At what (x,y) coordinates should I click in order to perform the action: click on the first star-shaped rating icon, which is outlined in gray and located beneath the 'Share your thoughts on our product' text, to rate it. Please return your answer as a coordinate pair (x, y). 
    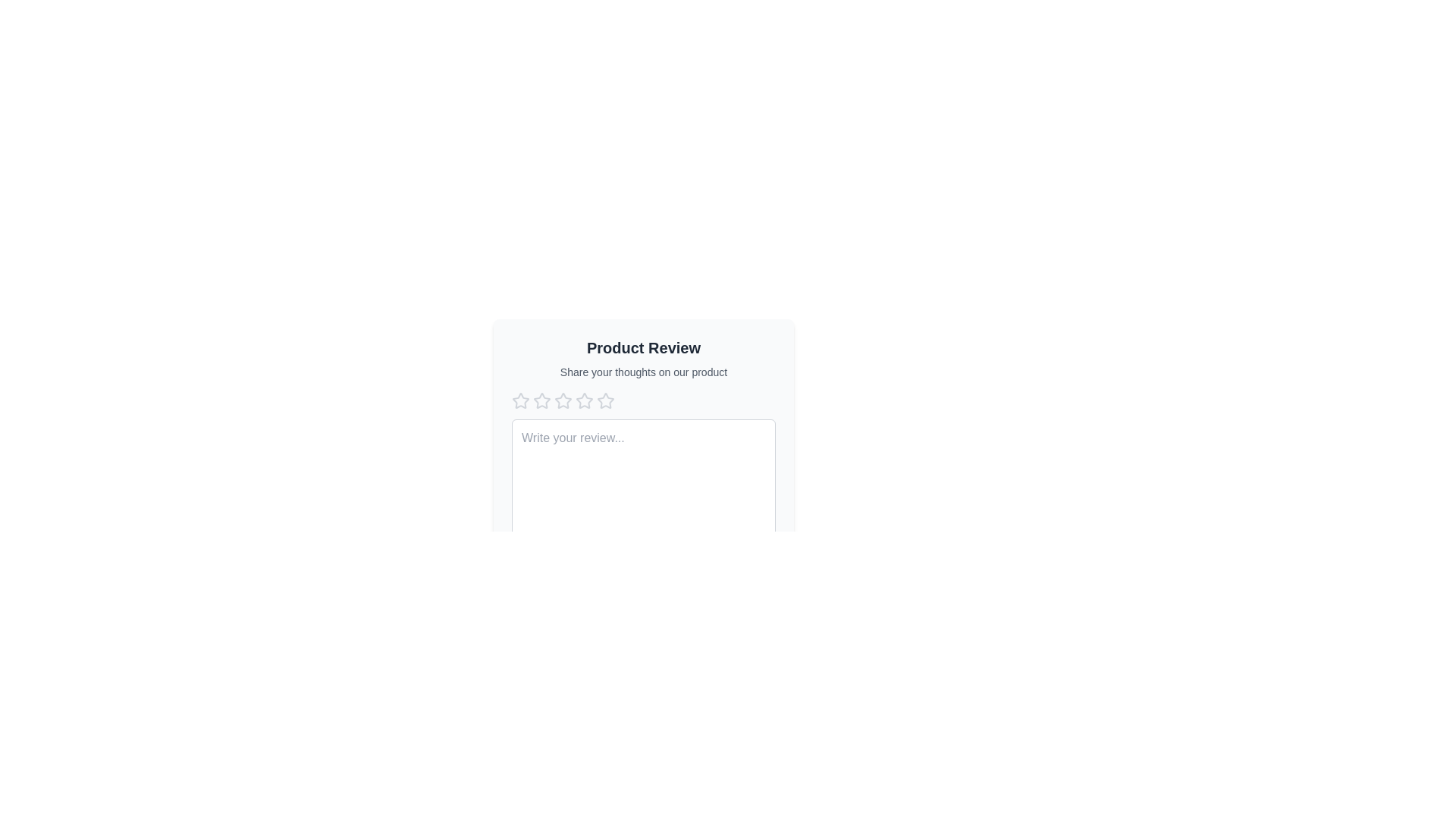
    Looking at the image, I should click on (520, 400).